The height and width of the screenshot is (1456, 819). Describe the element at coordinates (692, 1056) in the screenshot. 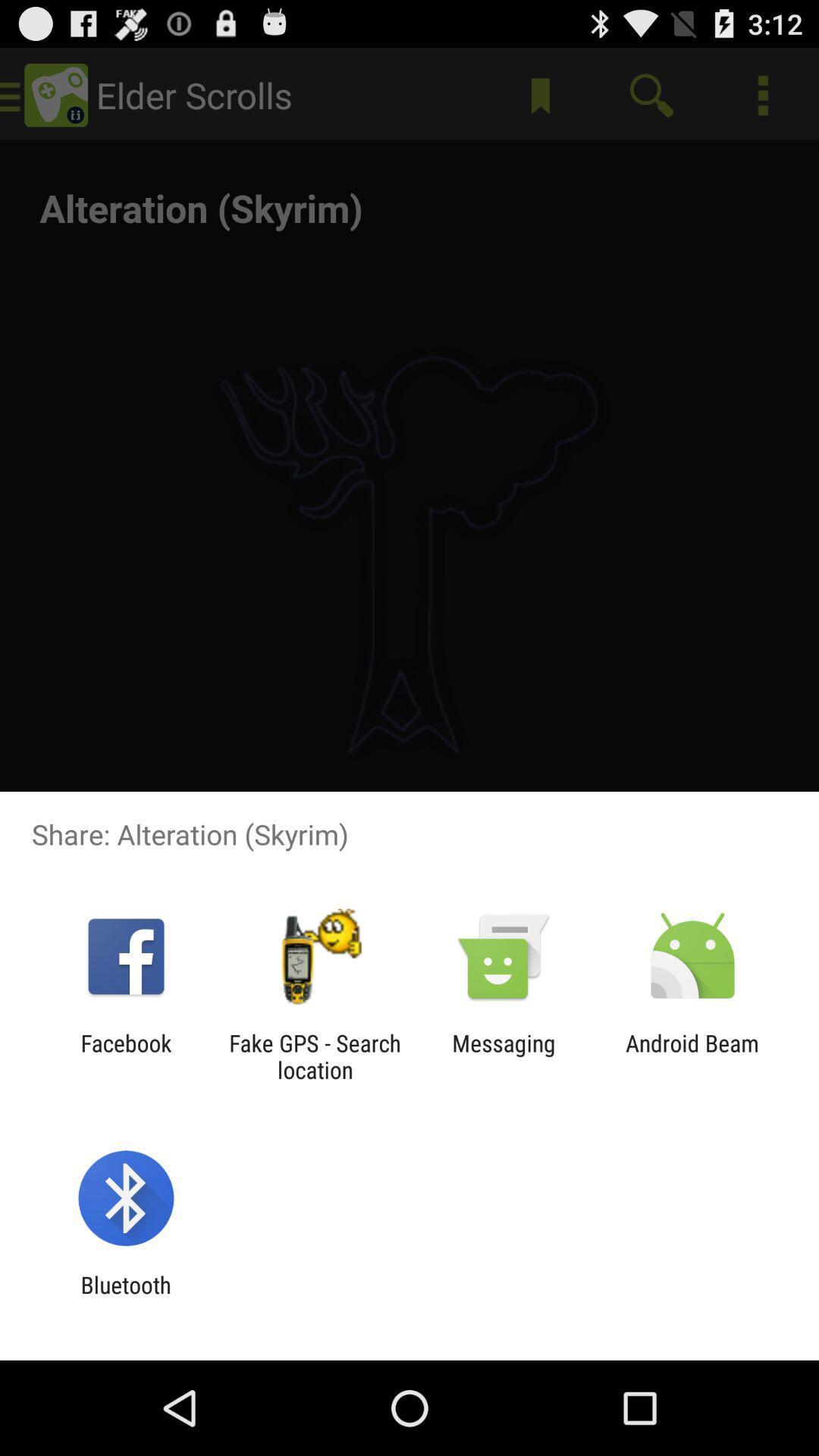

I see `android beam icon` at that location.